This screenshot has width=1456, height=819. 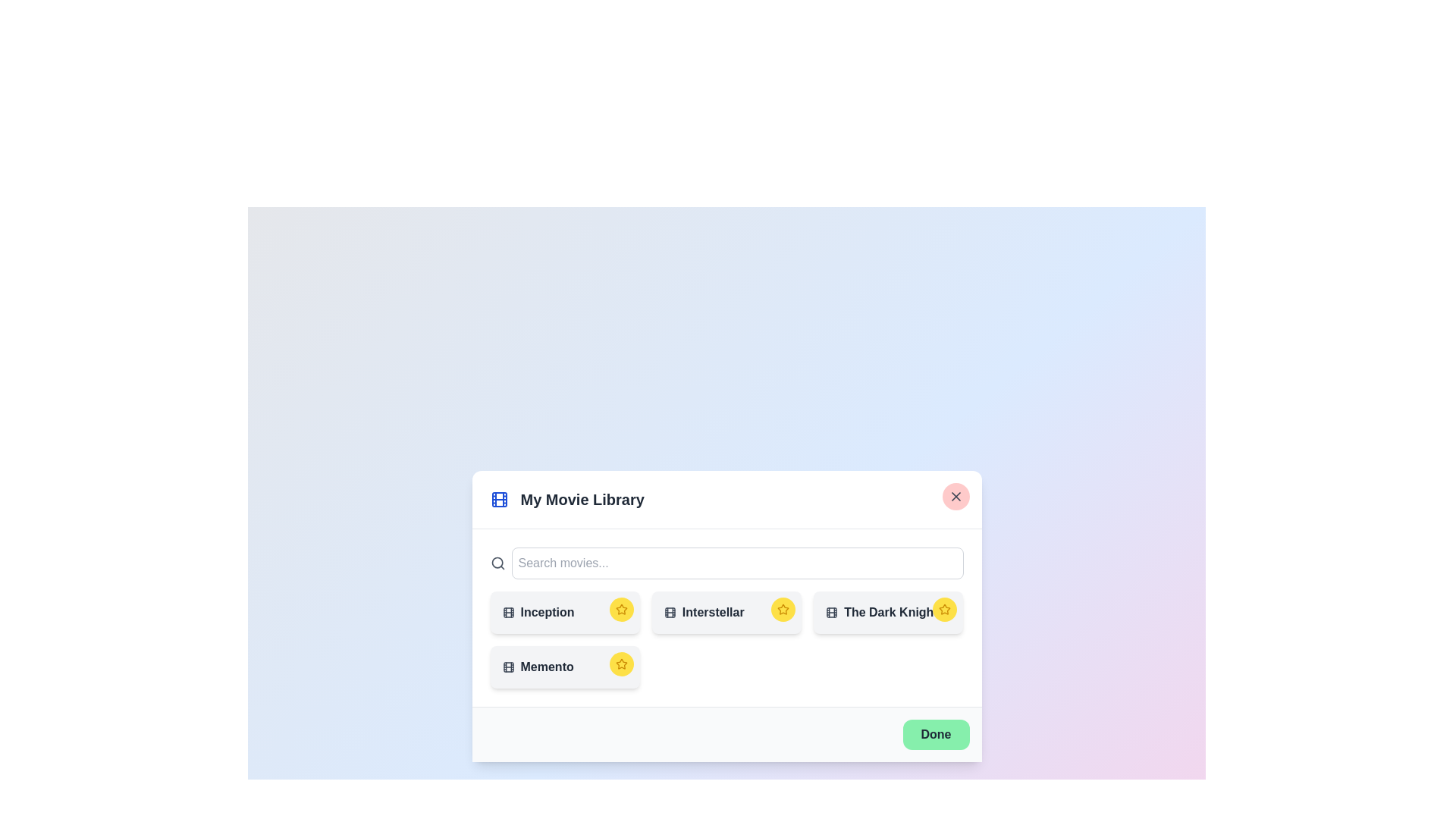 What do you see at coordinates (508, 611) in the screenshot?
I see `the rectangular icon featuring a film reel symbol in gray, located to the left of the text 'Inception' within the first card of the movie list` at bounding box center [508, 611].